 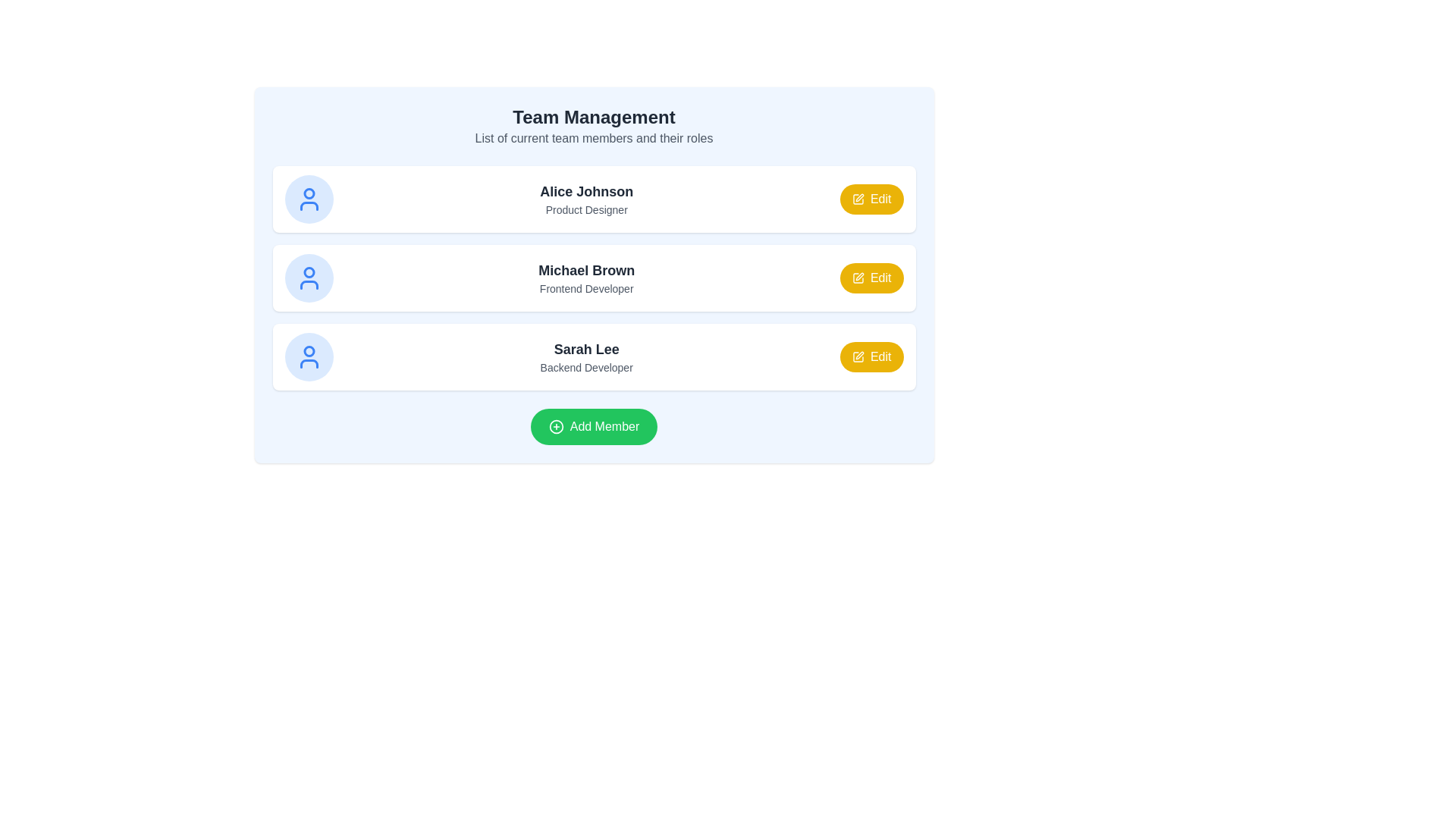 What do you see at coordinates (308, 351) in the screenshot?
I see `the decorative circle element inside the user icon for 'Sarah Lee', which is positioned in the third row of the list` at bounding box center [308, 351].